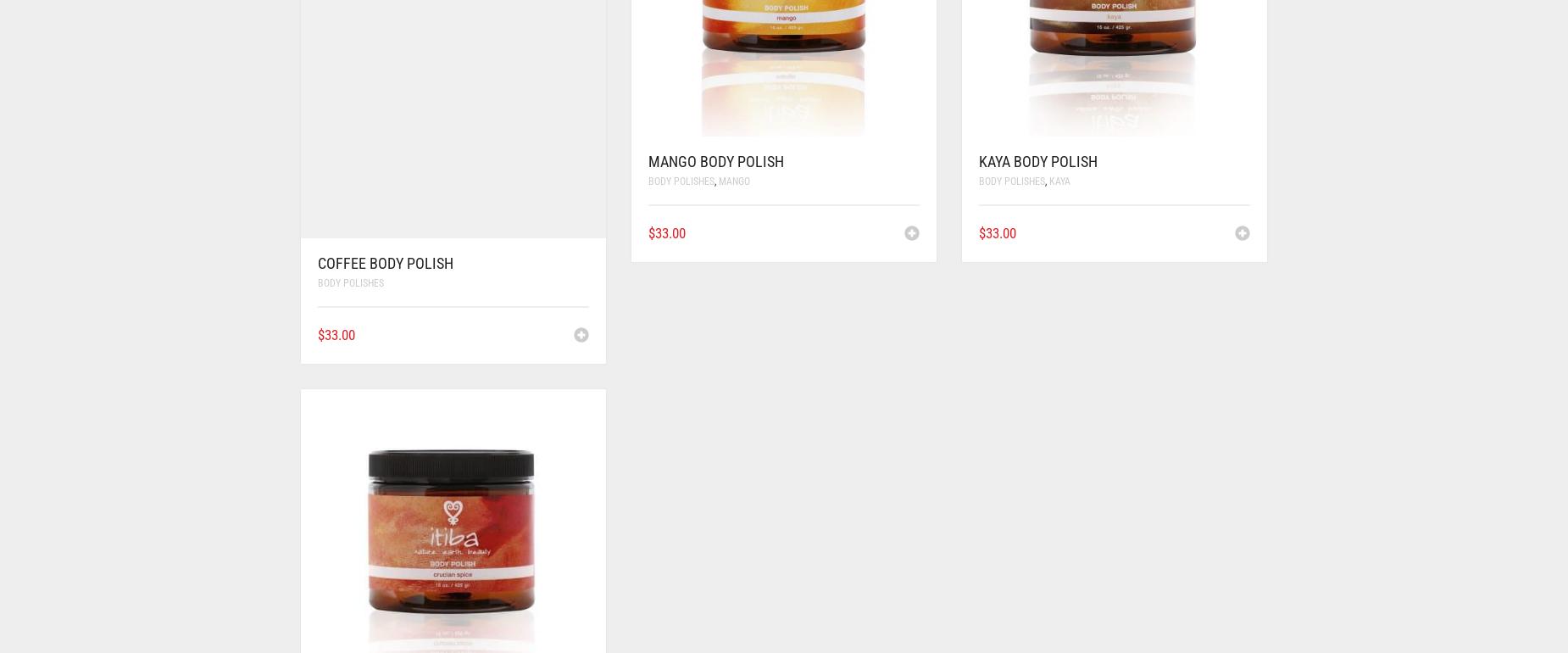 The image size is (1568, 653). I want to click on 'Kaya', so click(1059, 179).